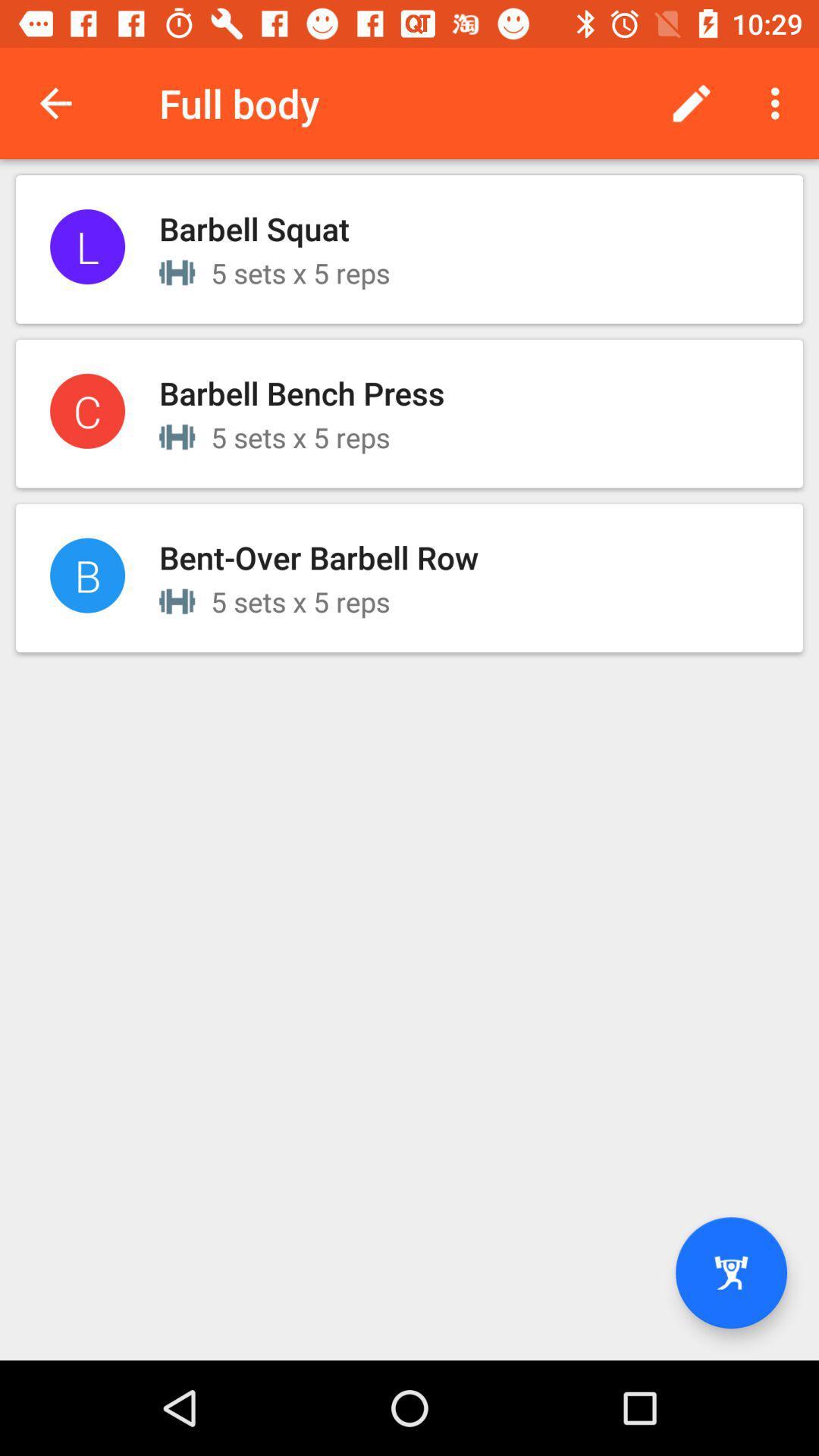  Describe the element at coordinates (691, 102) in the screenshot. I see `item next to the full body item` at that location.